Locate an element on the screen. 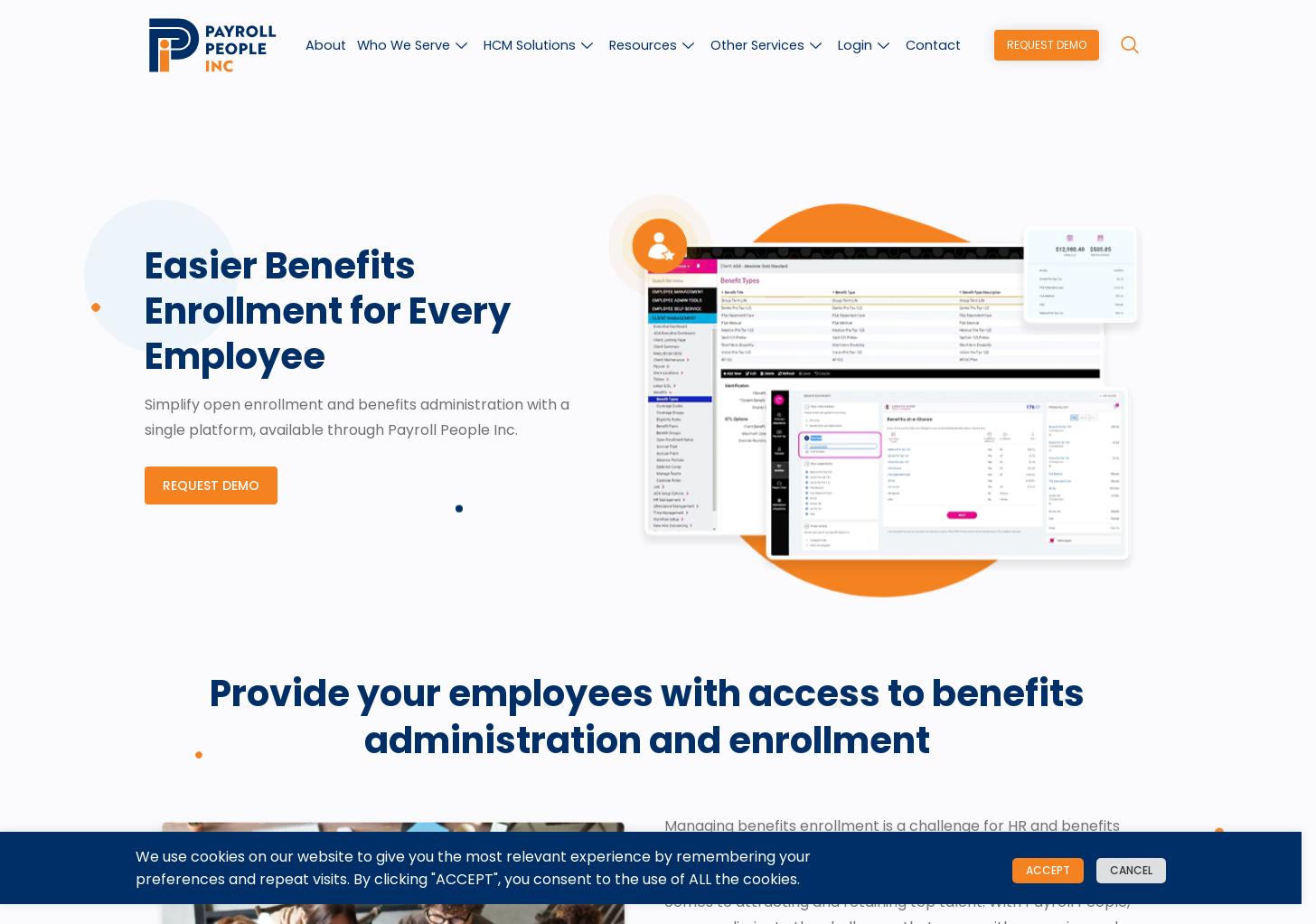  'HR Help' is located at coordinates (935, 298).